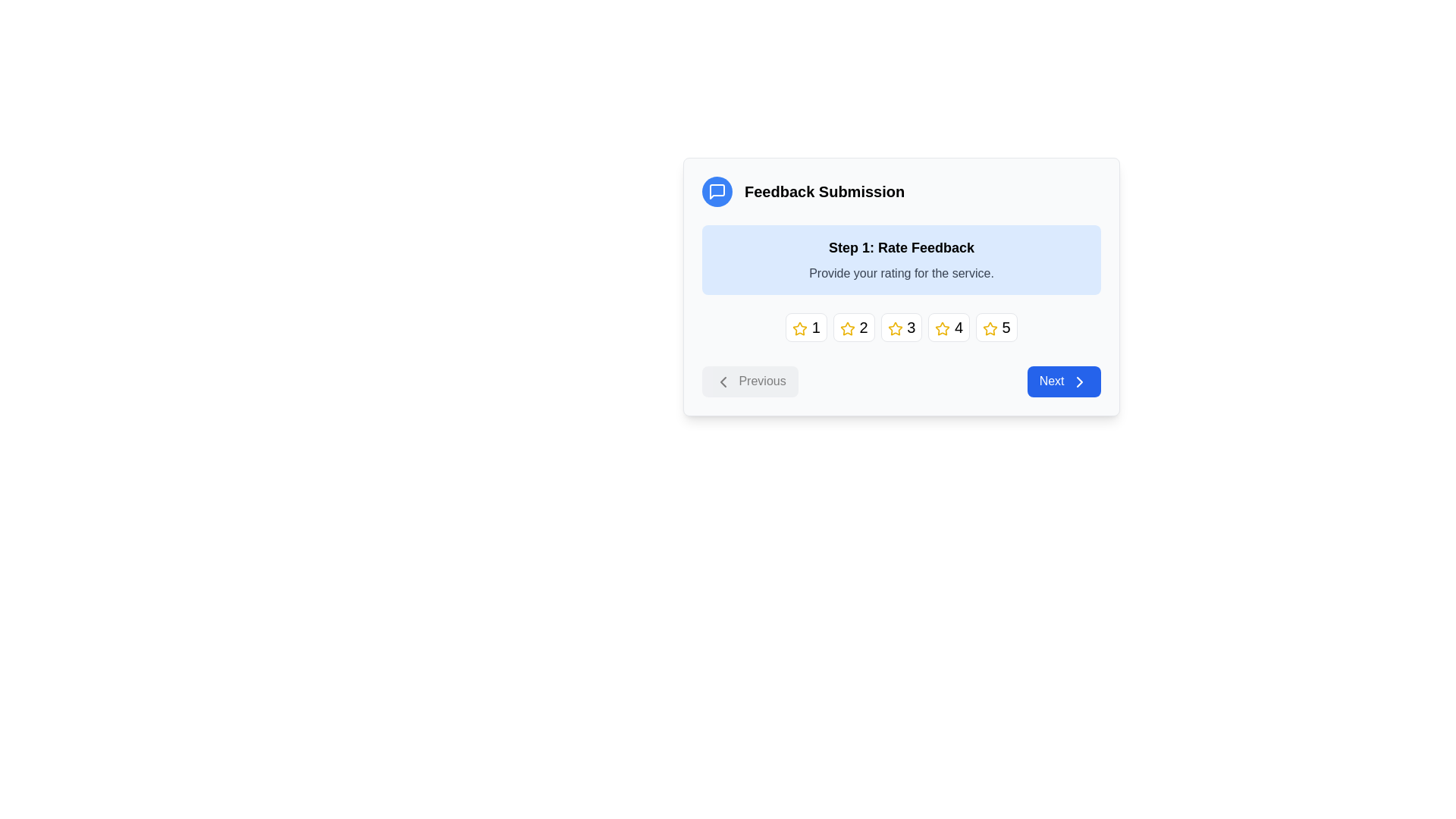  I want to click on the fourth star icon in the rating section, so click(990, 328).